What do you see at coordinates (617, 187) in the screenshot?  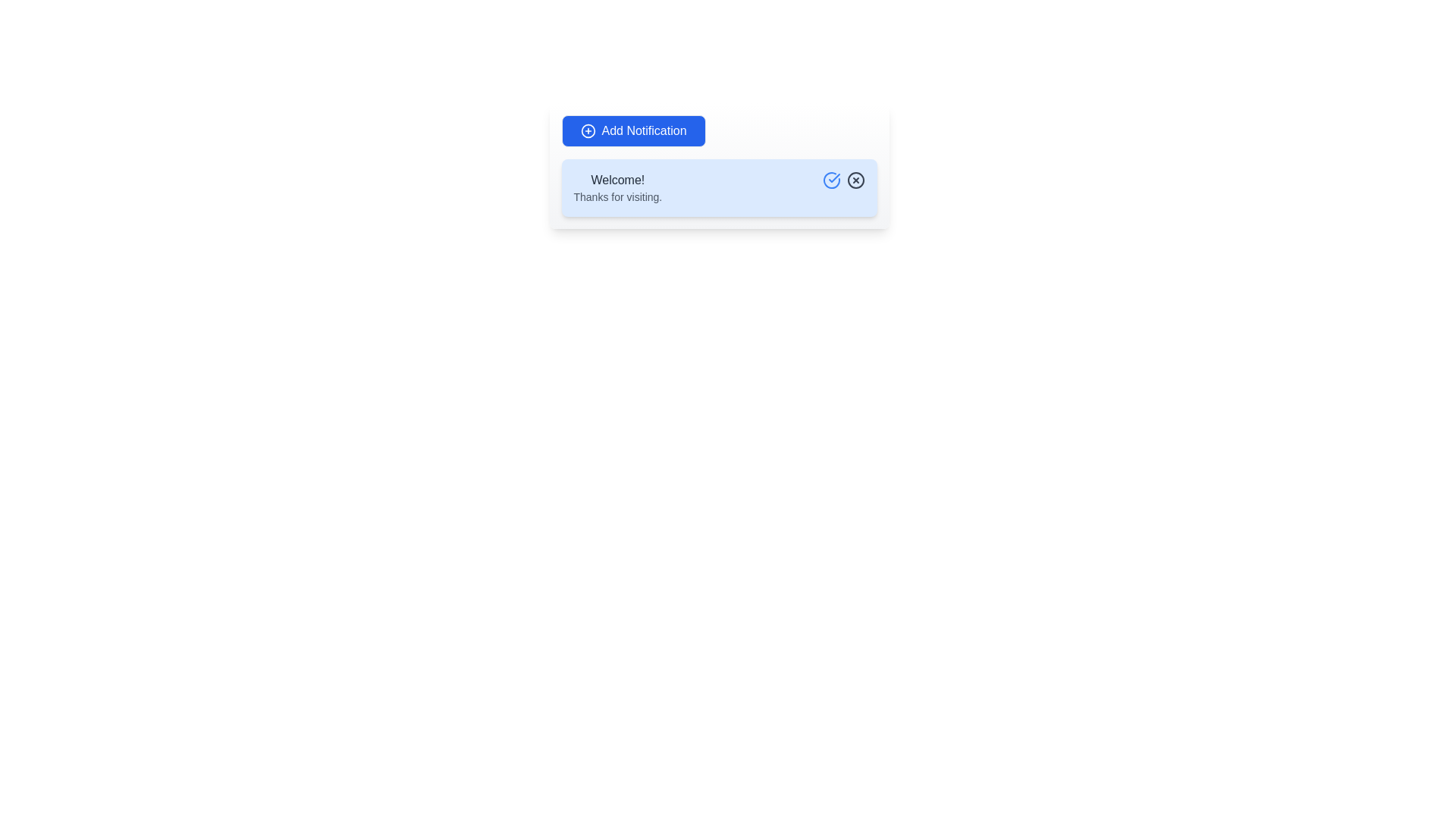 I see `the text block that contains 'Welcome!' in bold gray text and 'Thanks for visiting.' in smaller gray text, located inside a light-blue notification card` at bounding box center [617, 187].